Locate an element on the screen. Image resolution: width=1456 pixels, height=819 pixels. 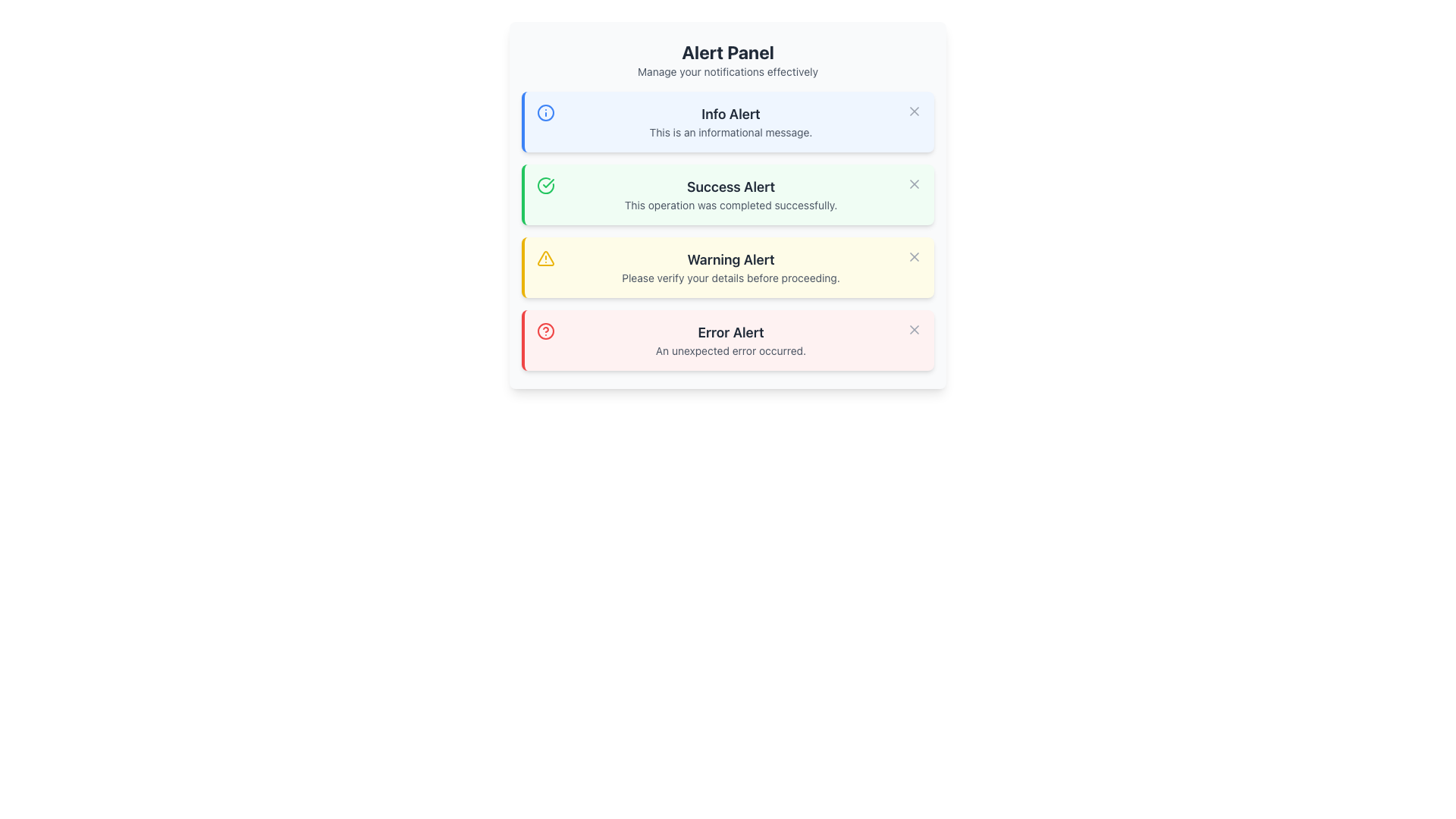
the Text Label that provides guidance for managing notifications within the 'Alert Panel' is located at coordinates (728, 72).